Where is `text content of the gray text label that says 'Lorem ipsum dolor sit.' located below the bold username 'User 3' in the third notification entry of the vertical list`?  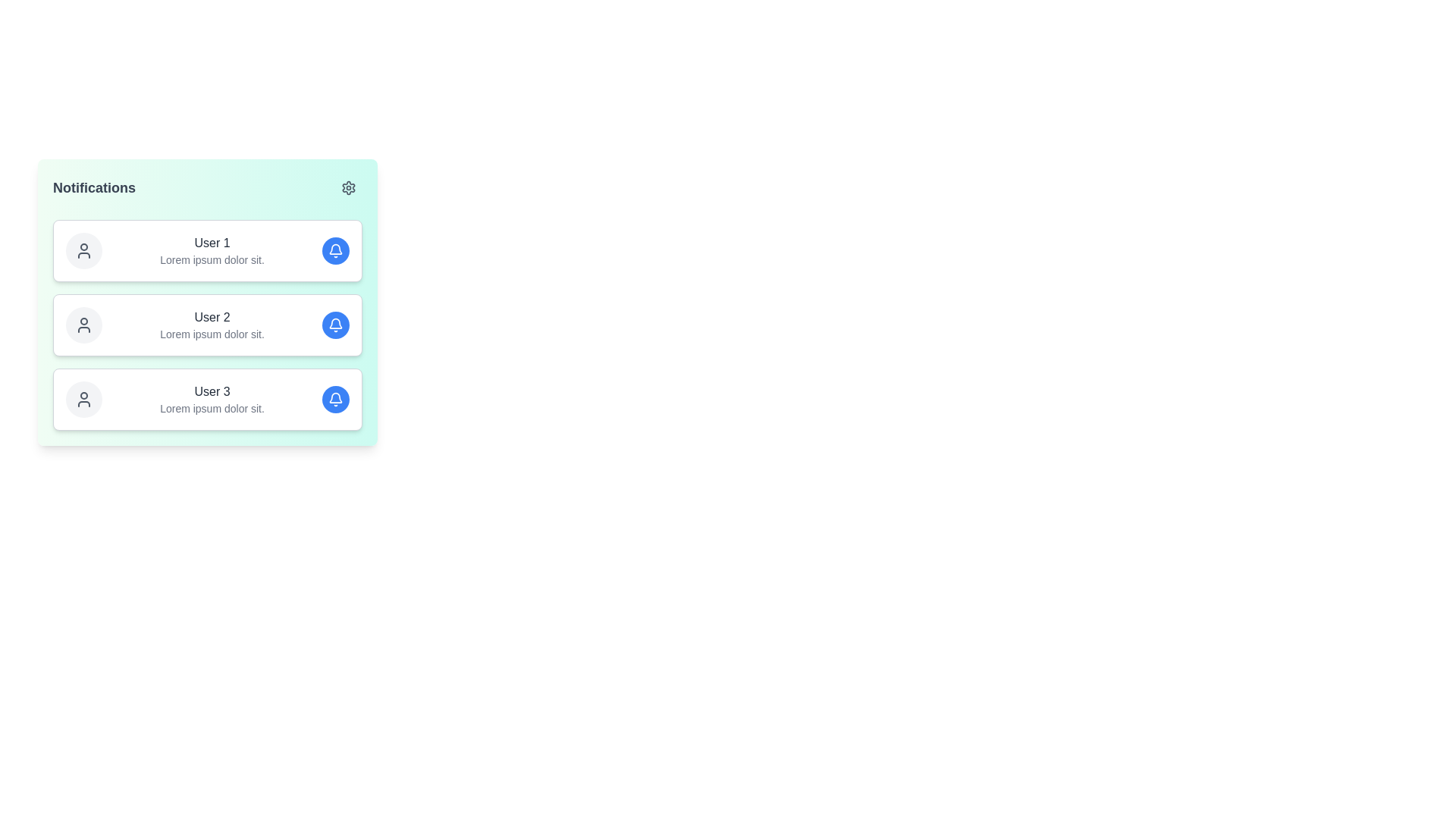 text content of the gray text label that says 'Lorem ipsum dolor sit.' located below the bold username 'User 3' in the third notification entry of the vertical list is located at coordinates (211, 408).